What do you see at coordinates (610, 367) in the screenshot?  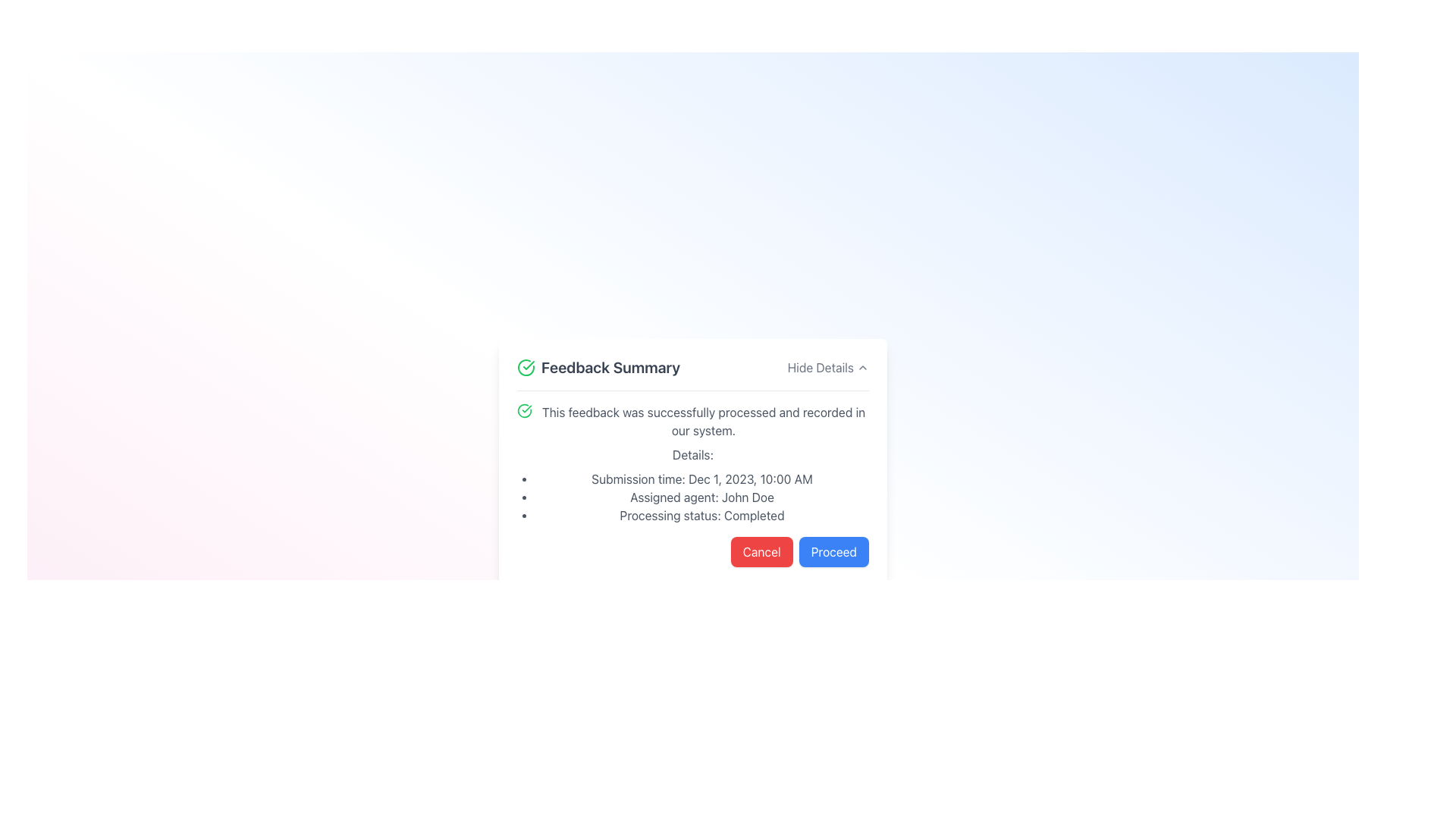 I see `the 'Feedback Summary' text label which is styled in bold dark gray and positioned after a green checkmark icon` at bounding box center [610, 367].